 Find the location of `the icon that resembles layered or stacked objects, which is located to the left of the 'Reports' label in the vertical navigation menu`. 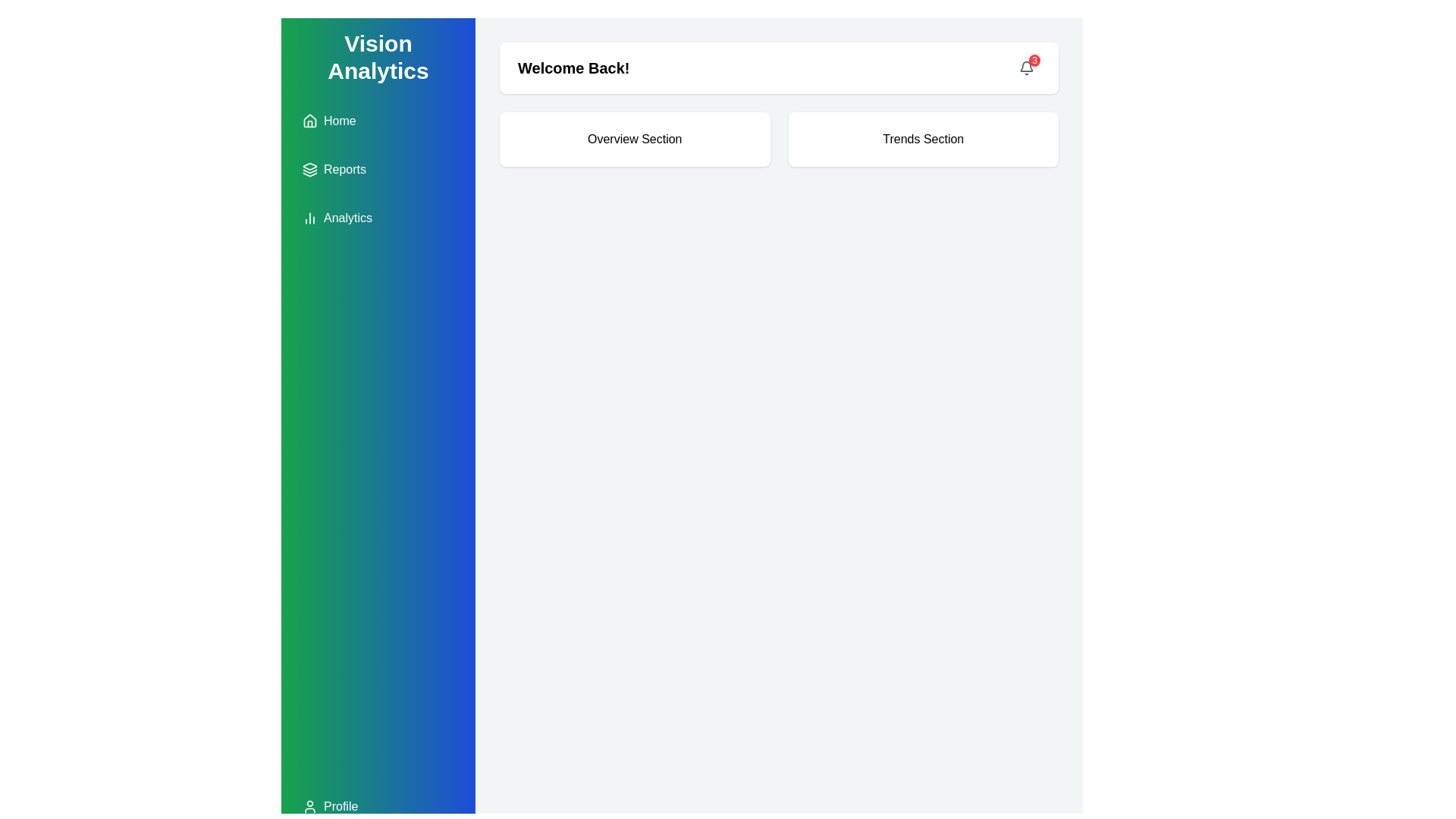

the icon that resembles layered or stacked objects, which is located to the left of the 'Reports' label in the vertical navigation menu is located at coordinates (309, 169).